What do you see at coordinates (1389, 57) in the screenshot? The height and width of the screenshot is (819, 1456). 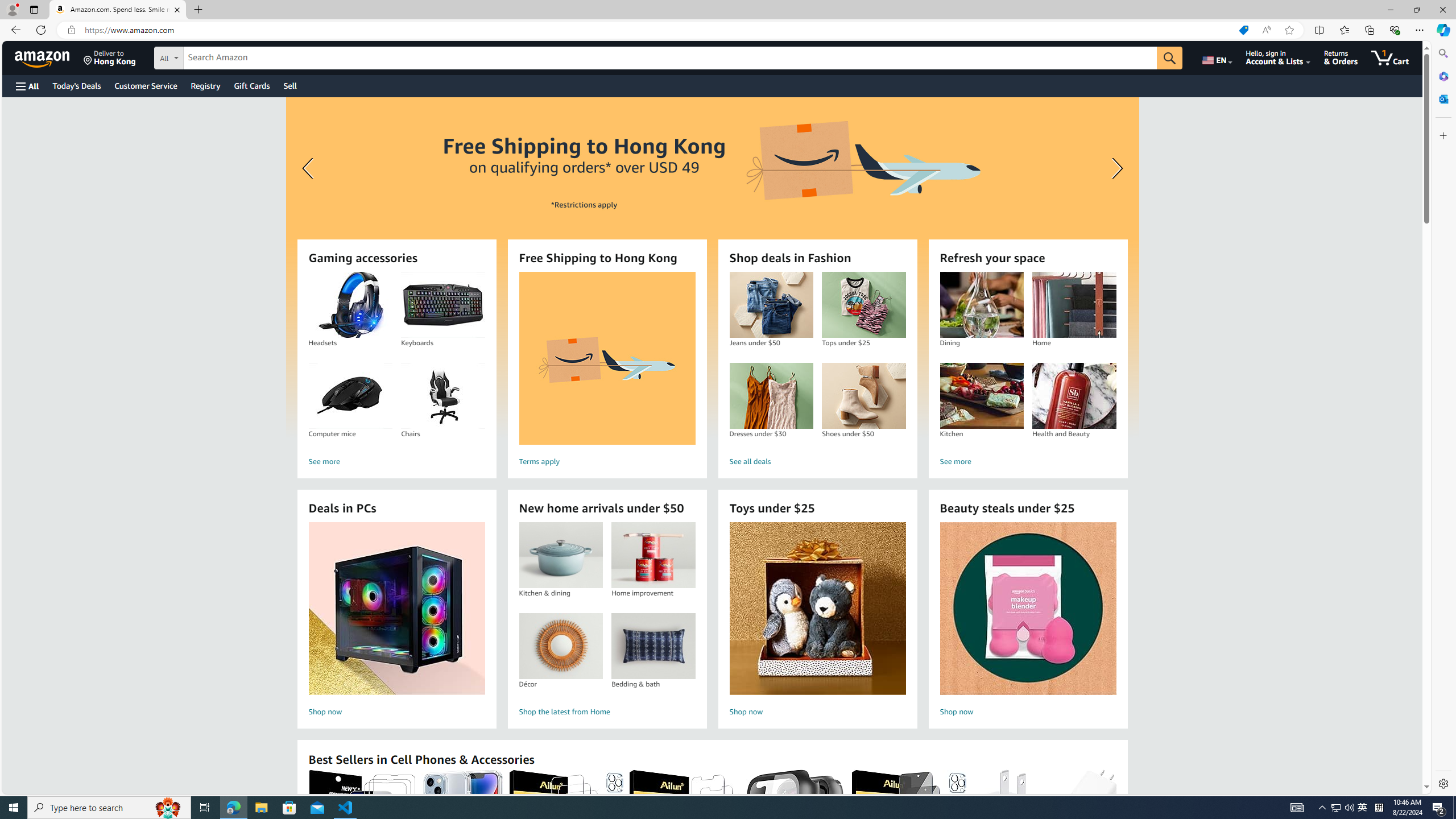 I see `'1 item in cart'` at bounding box center [1389, 57].